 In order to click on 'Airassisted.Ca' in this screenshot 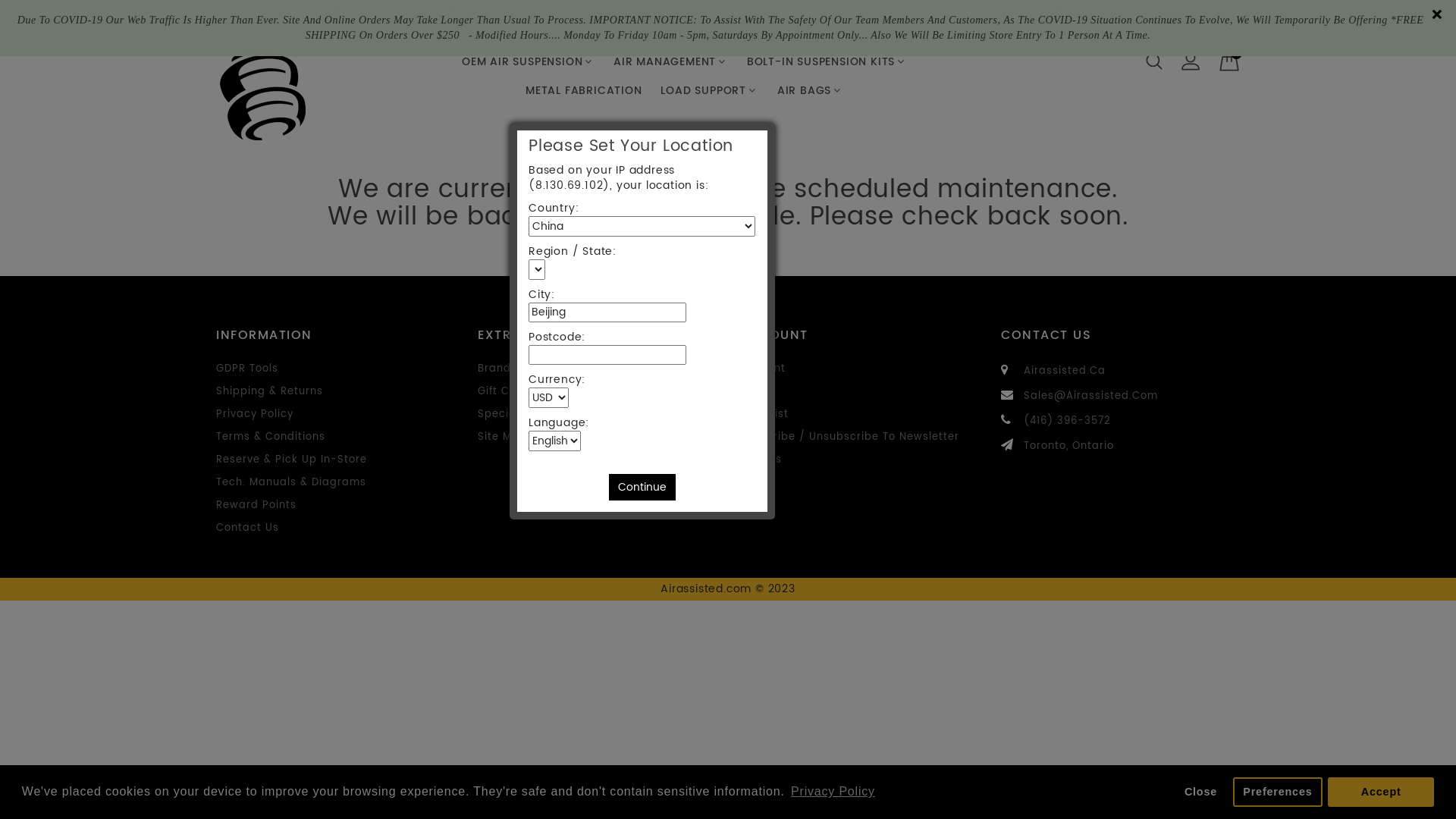, I will do `click(1023, 371)`.